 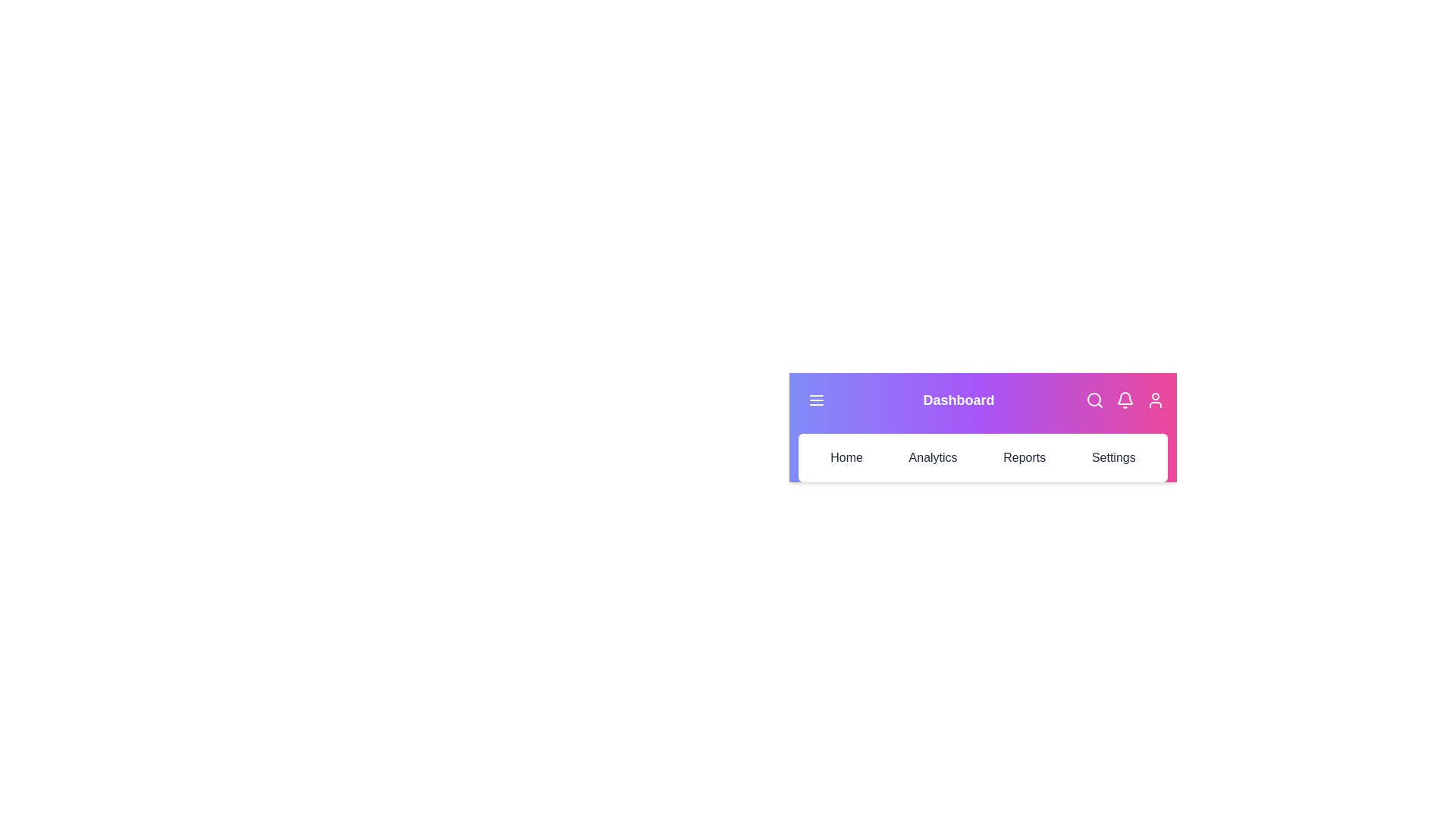 I want to click on the user_icon to observe its hover effect, so click(x=1154, y=400).